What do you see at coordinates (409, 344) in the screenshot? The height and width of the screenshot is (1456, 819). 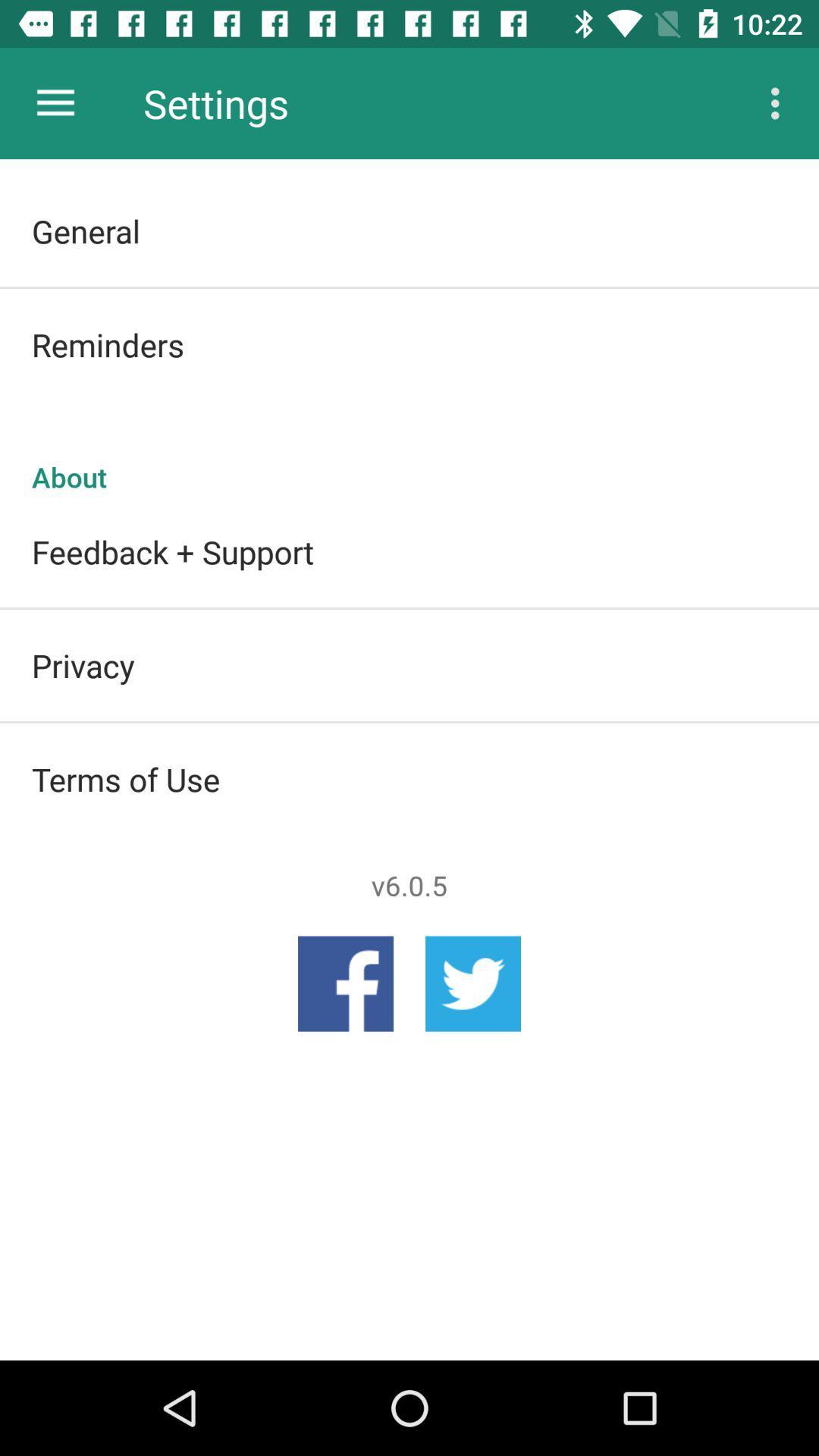 I see `icon above about icon` at bounding box center [409, 344].